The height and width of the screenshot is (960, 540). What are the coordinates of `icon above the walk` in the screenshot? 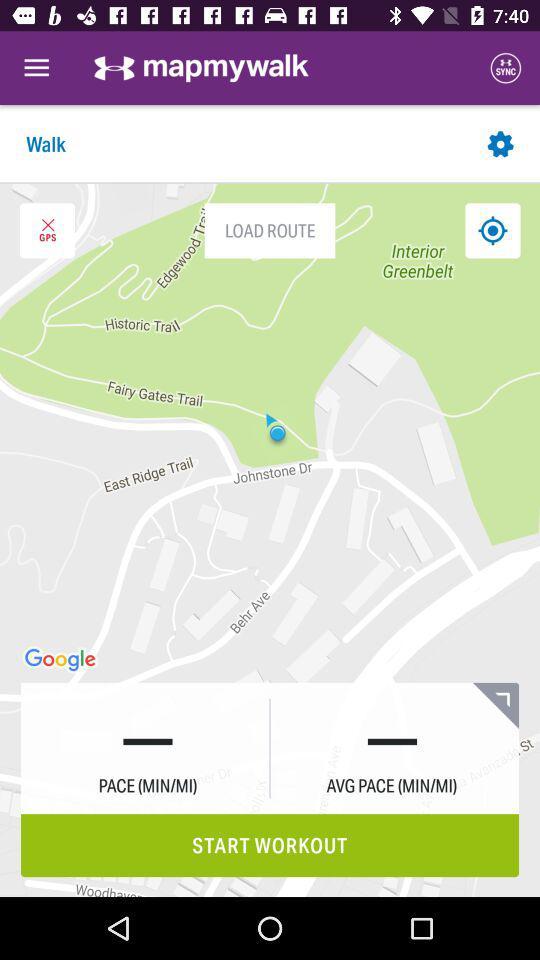 It's located at (36, 68).